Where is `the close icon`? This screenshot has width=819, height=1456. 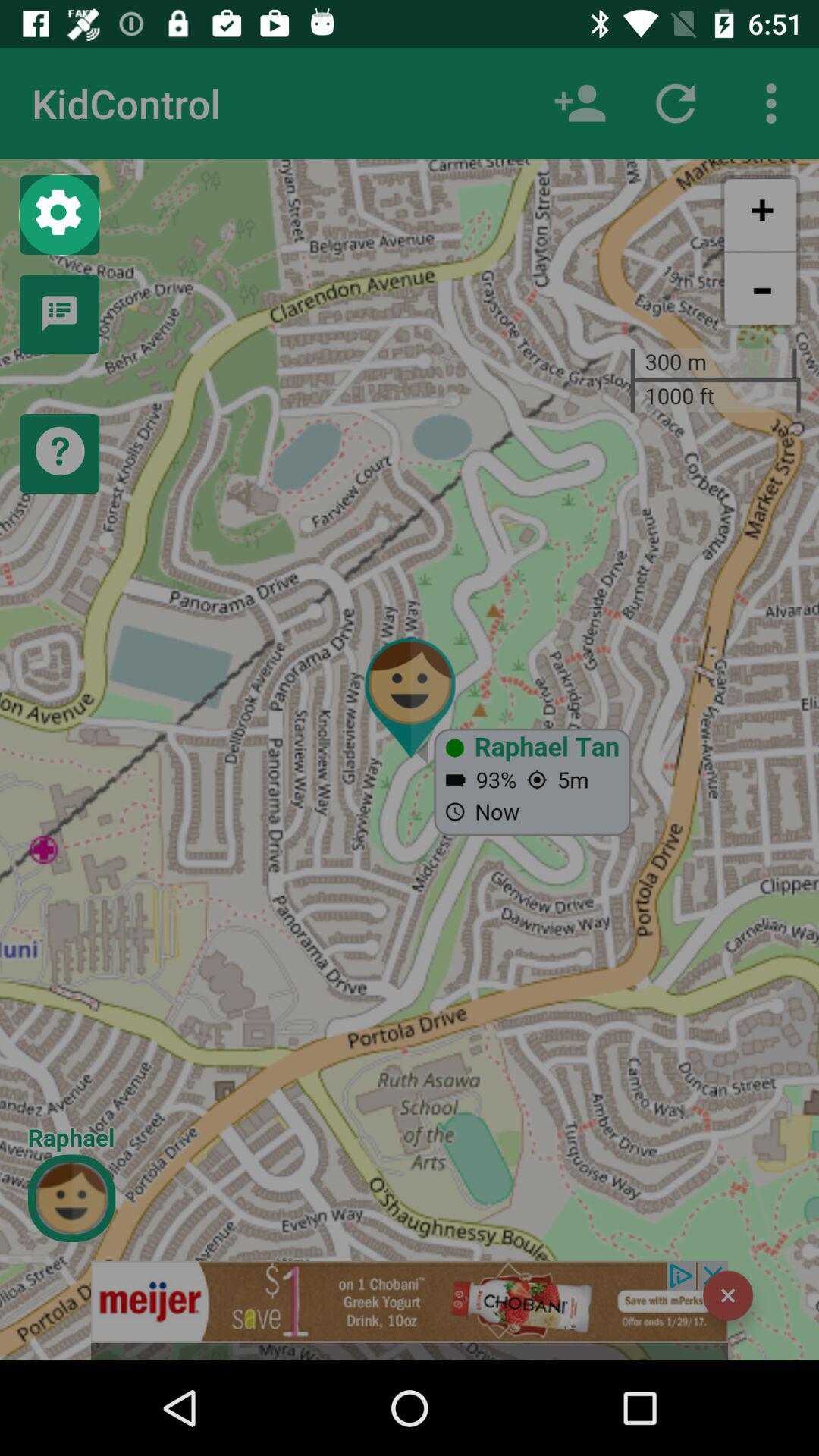 the close icon is located at coordinates (727, 1294).